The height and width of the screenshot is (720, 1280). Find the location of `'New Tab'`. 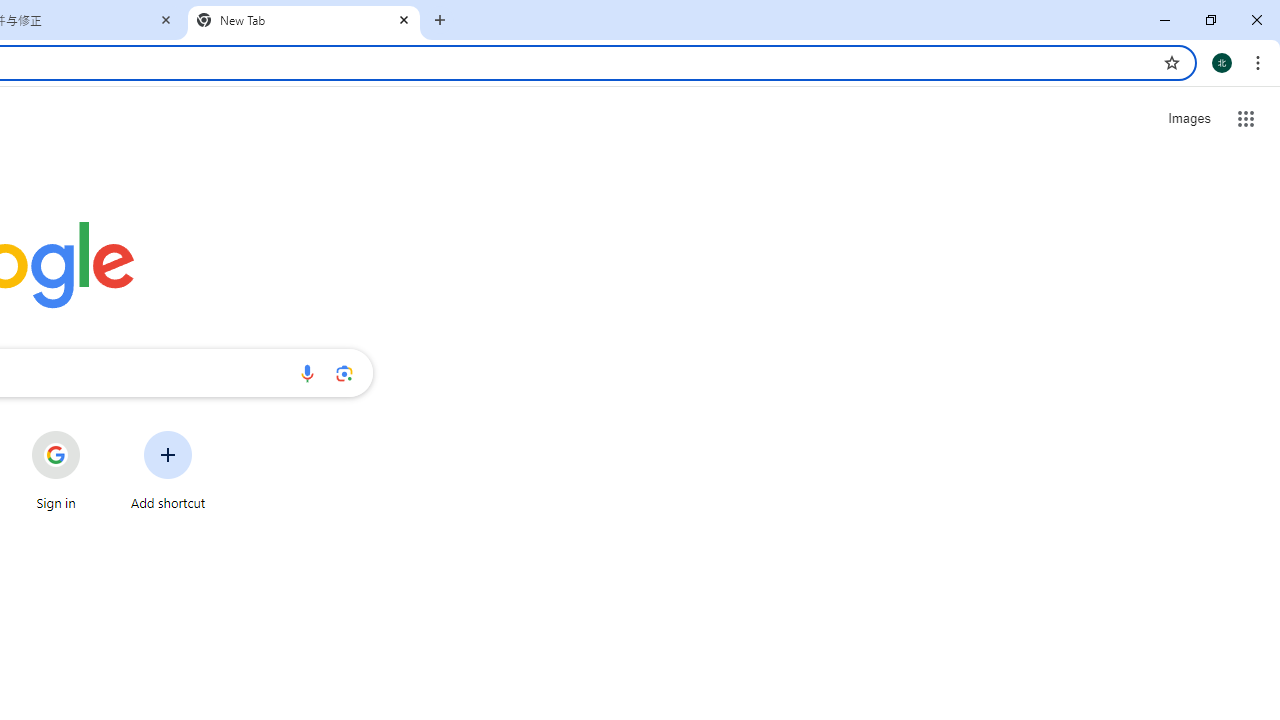

'New Tab' is located at coordinates (303, 20).